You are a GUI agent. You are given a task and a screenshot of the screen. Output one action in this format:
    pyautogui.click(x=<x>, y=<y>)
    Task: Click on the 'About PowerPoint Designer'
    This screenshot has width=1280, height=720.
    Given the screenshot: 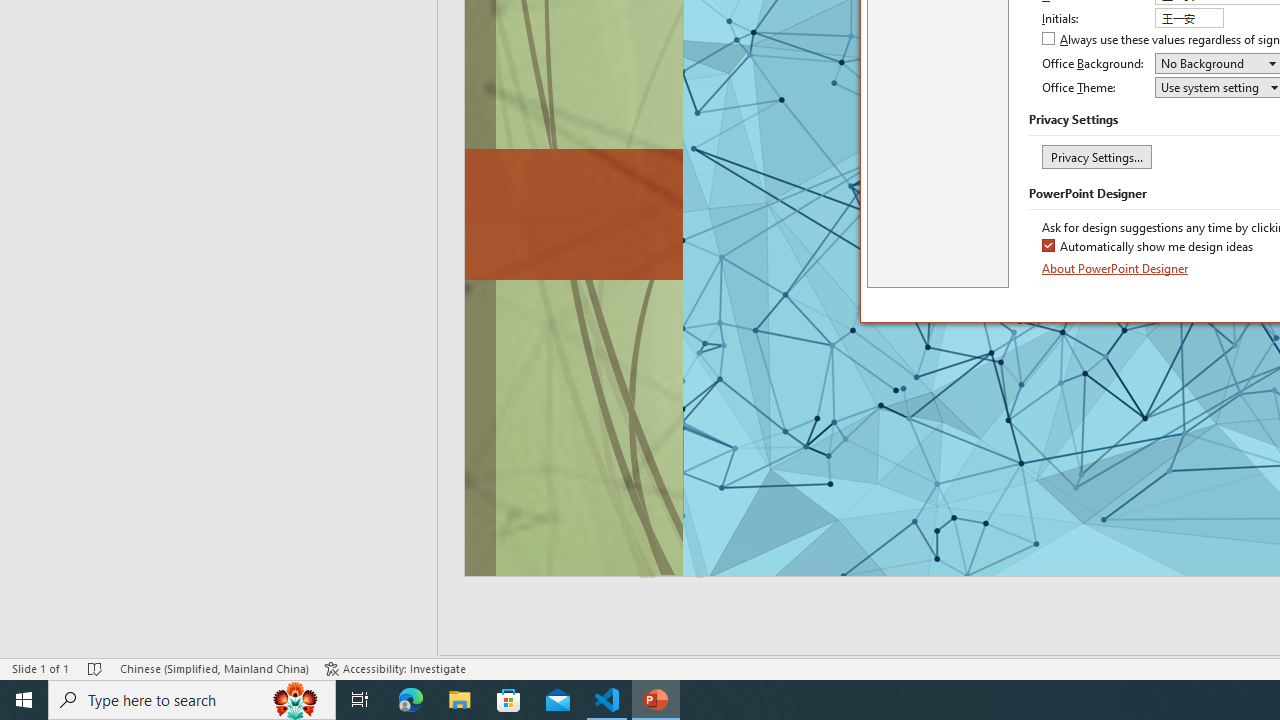 What is the action you would take?
    pyautogui.click(x=1115, y=267)
    